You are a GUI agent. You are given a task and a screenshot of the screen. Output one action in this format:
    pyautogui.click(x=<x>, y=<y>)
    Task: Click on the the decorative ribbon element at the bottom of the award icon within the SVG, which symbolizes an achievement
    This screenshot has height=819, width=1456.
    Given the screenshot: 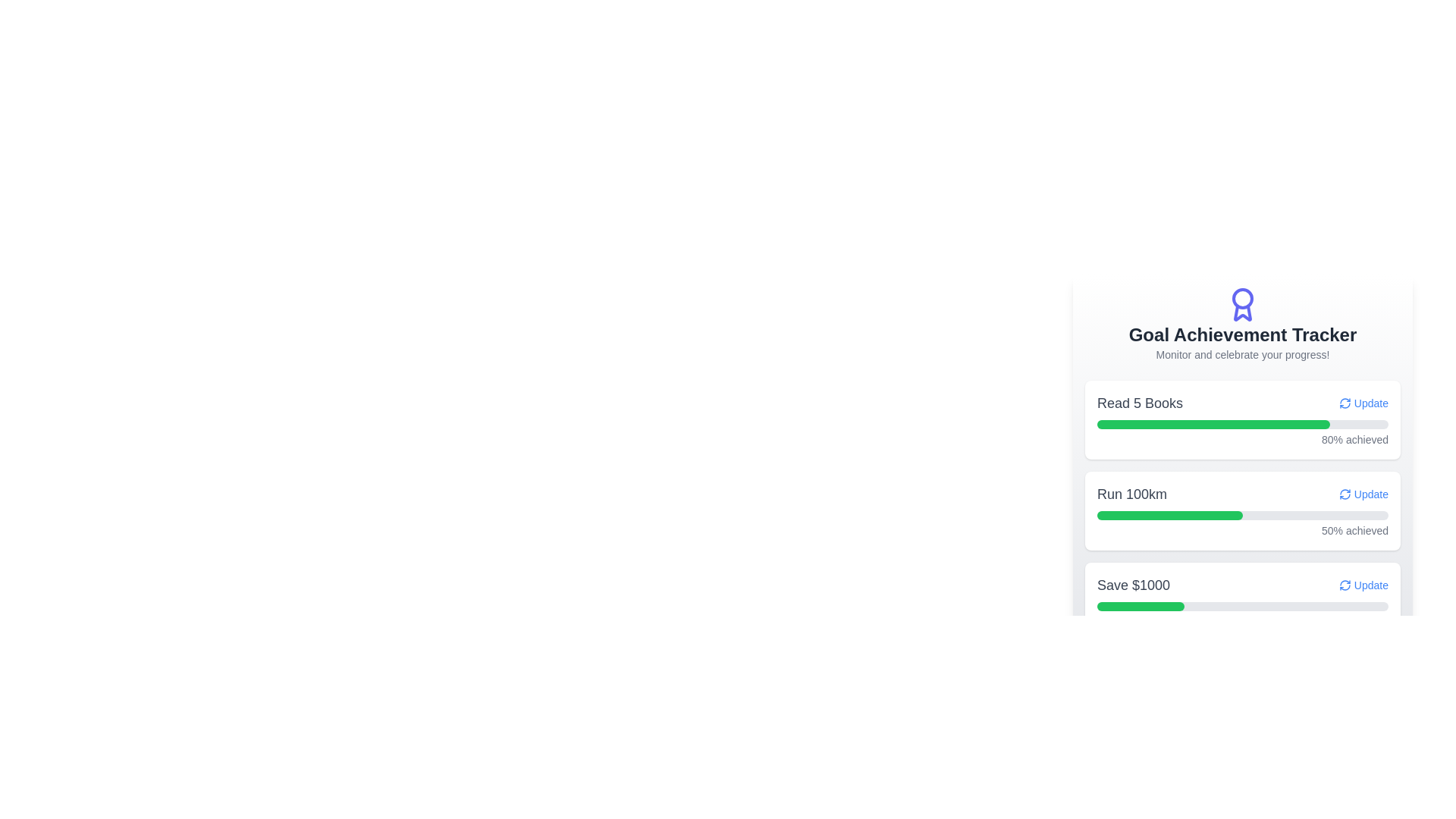 What is the action you would take?
    pyautogui.click(x=1242, y=312)
    